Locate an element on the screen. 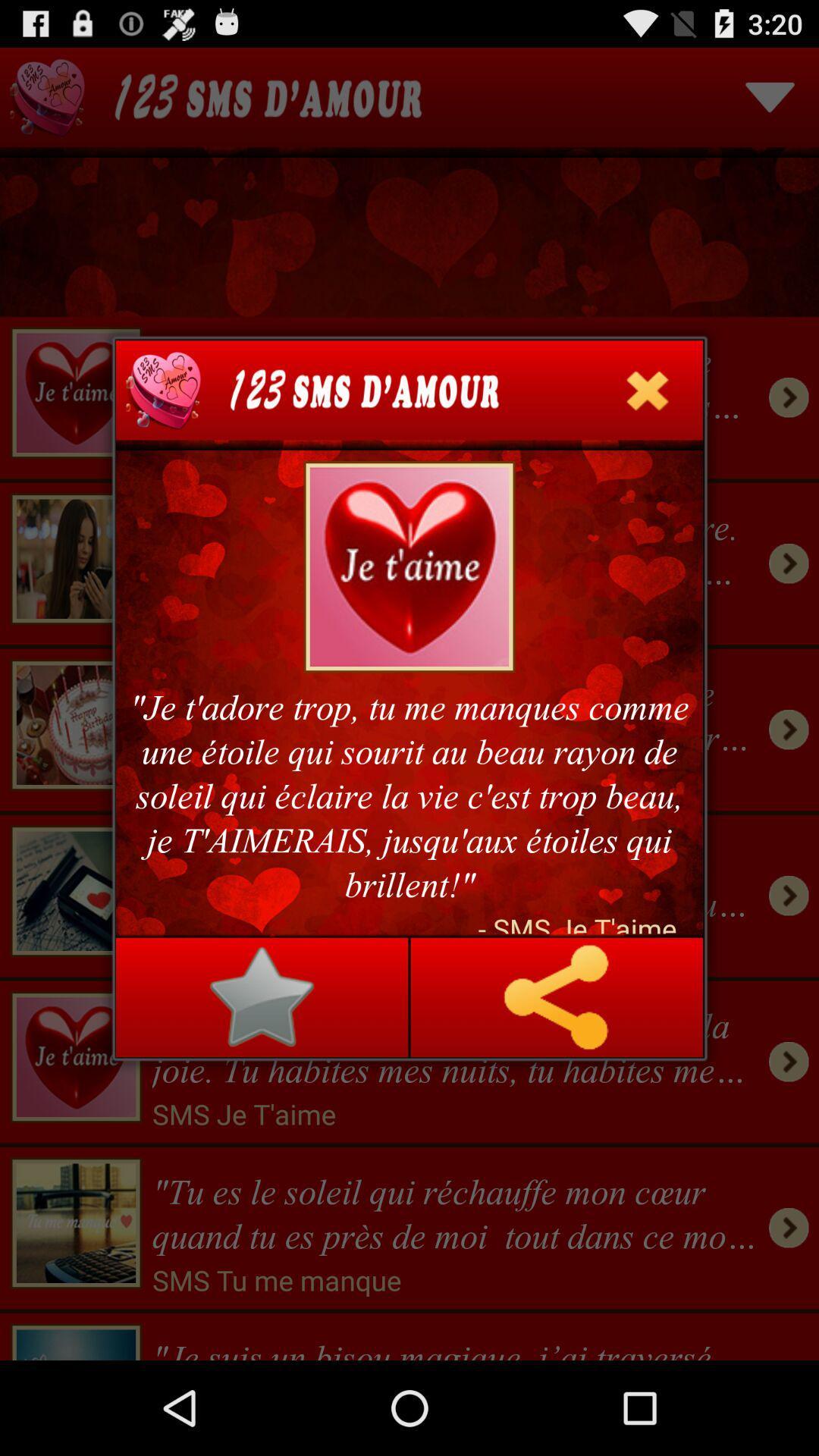 The height and width of the screenshot is (1456, 819). icon at the bottom left corner is located at coordinates (261, 997).